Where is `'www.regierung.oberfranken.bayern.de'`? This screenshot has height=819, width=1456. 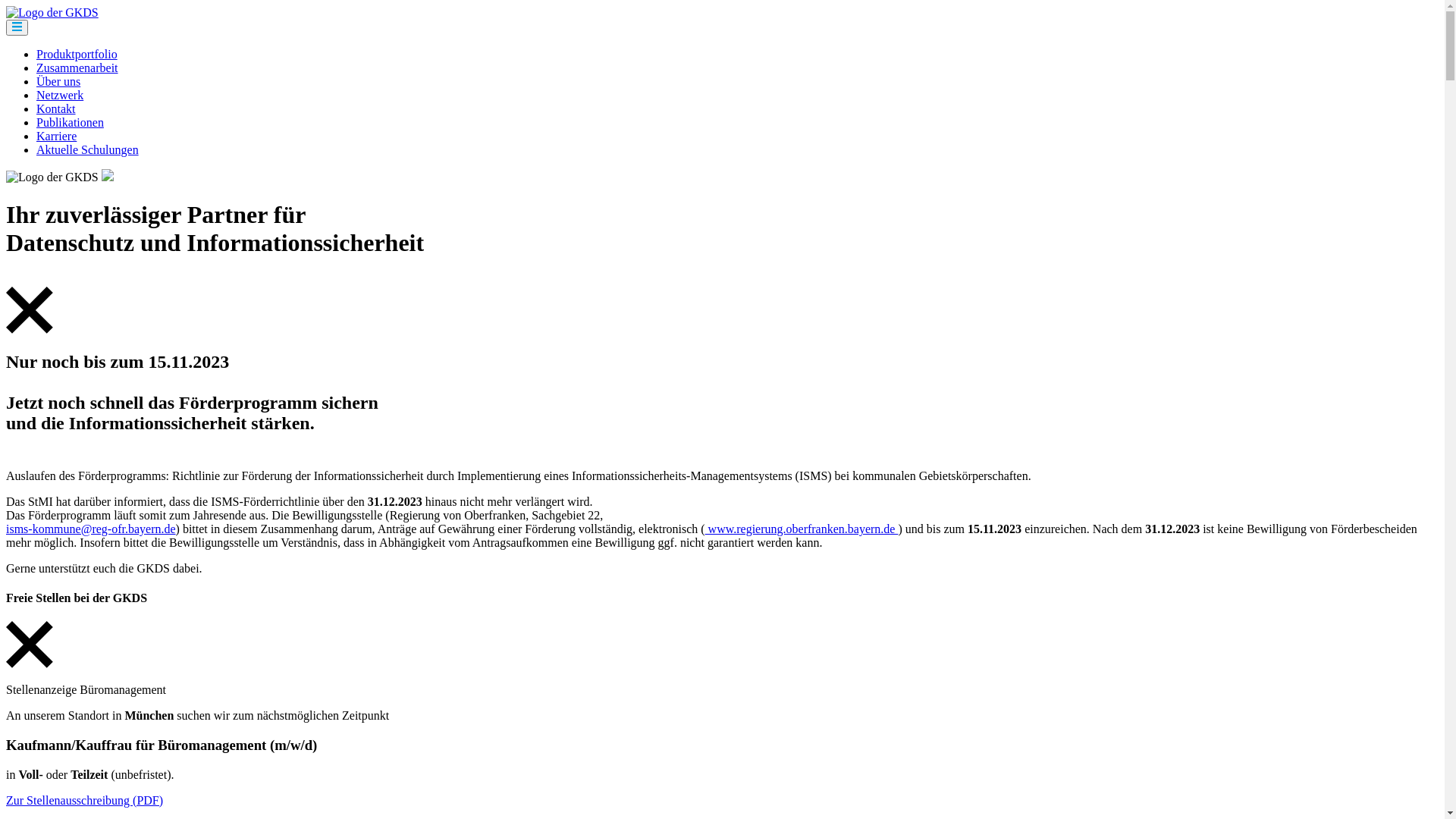
'www.regierung.oberfranken.bayern.de' is located at coordinates (704, 528).